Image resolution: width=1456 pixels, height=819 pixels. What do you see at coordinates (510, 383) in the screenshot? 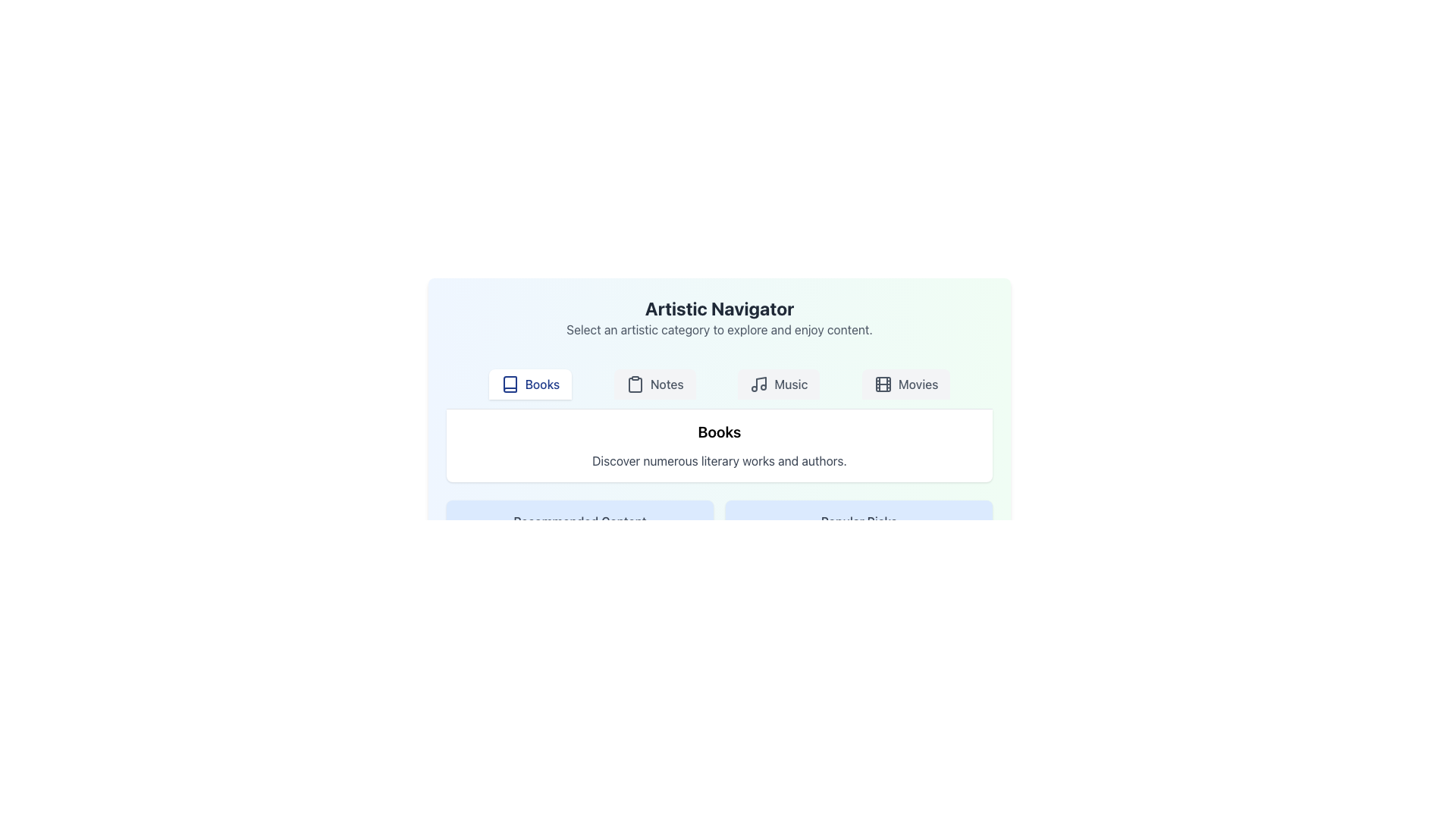
I see `the 'Books' category icon located in the top horizontal menu` at bounding box center [510, 383].